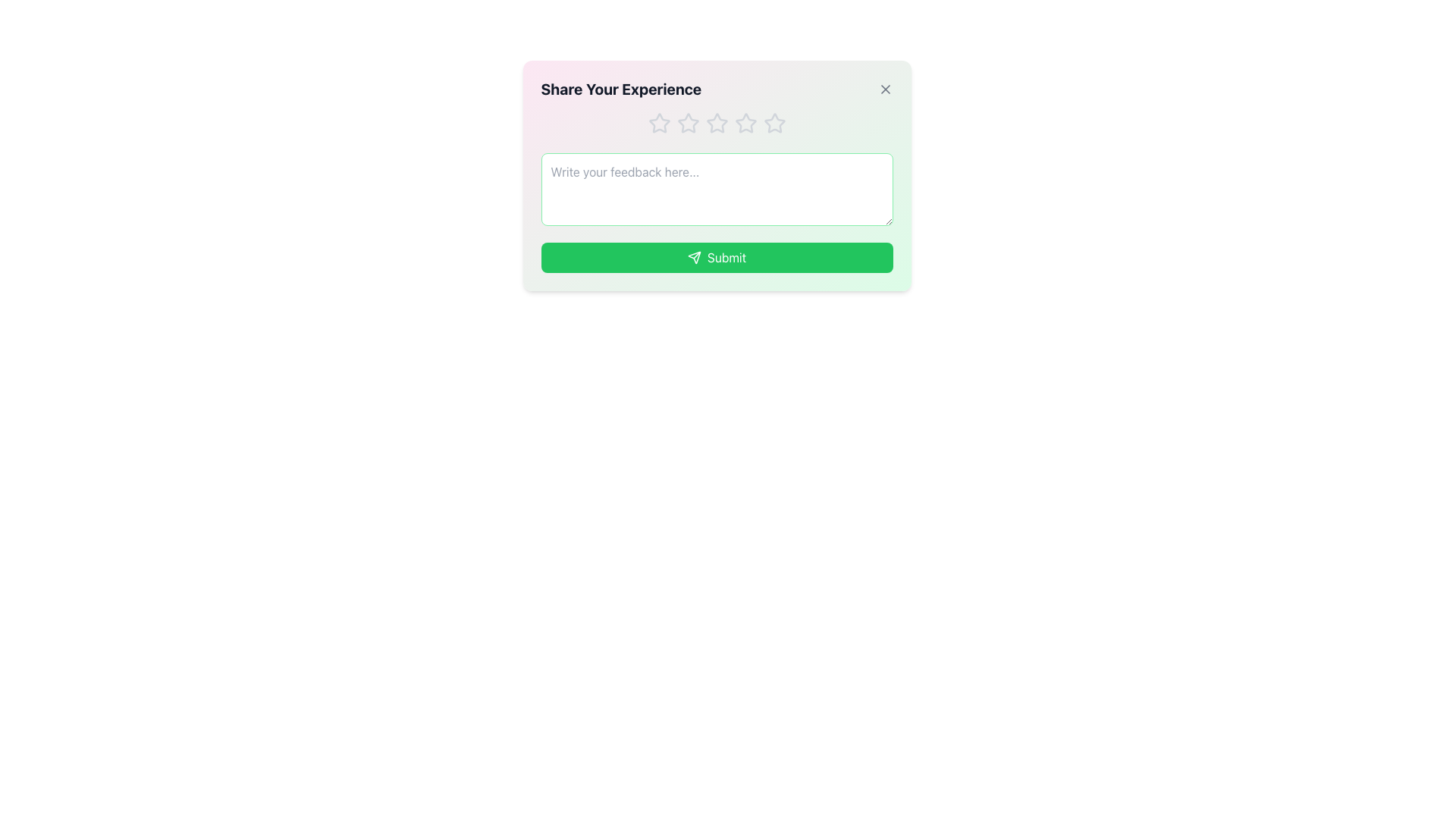  Describe the element at coordinates (687, 122) in the screenshot. I see `the second star icon in the feedback modal labeled 'Share Your Experience'` at that location.